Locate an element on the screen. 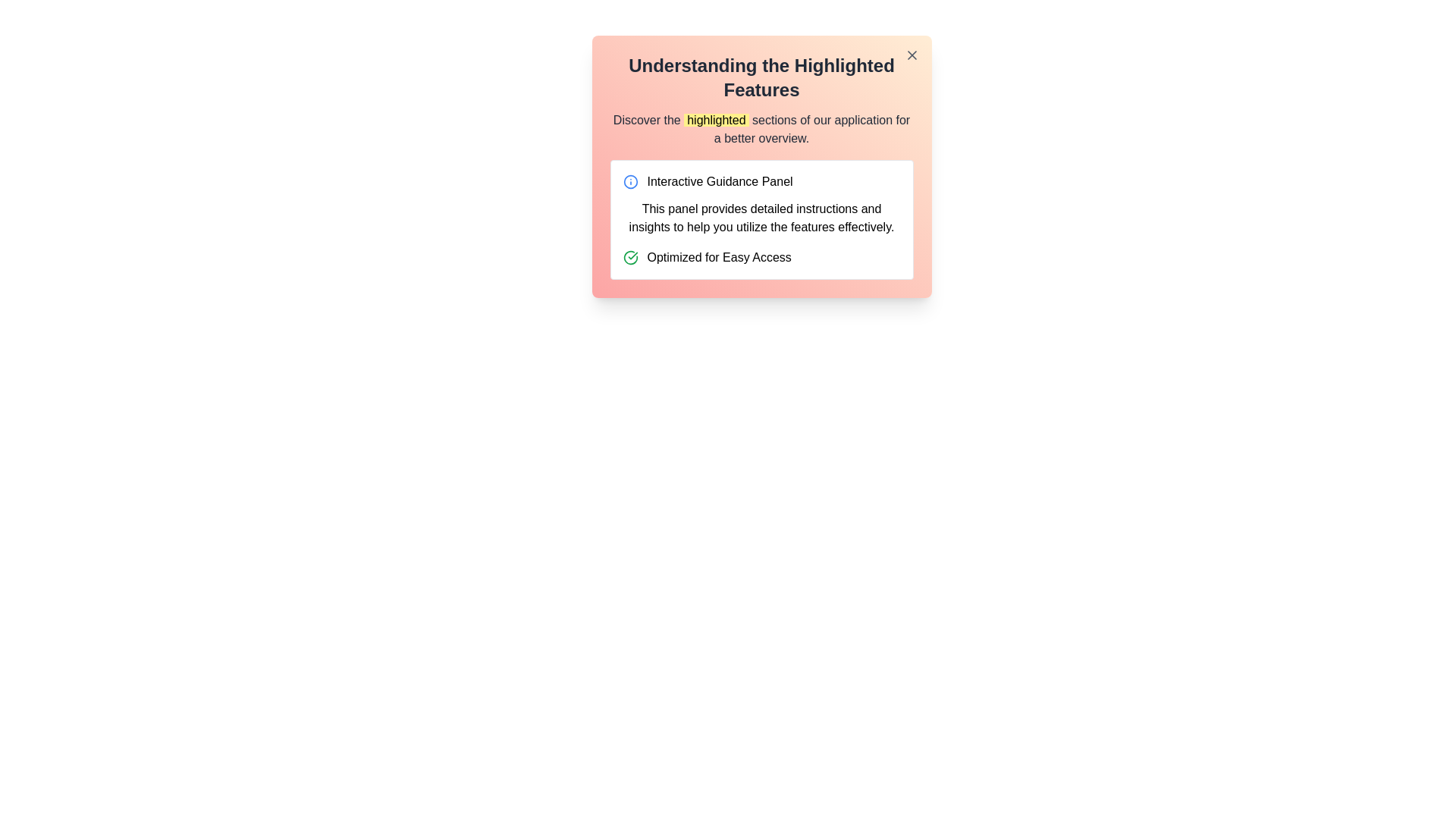  paragraph containing the text 'This panel provides detailed instructions and insights to help you utilize the features effectively.' which is located in the information panel below the title 'Interactive Guidance Panel' is located at coordinates (761, 218).